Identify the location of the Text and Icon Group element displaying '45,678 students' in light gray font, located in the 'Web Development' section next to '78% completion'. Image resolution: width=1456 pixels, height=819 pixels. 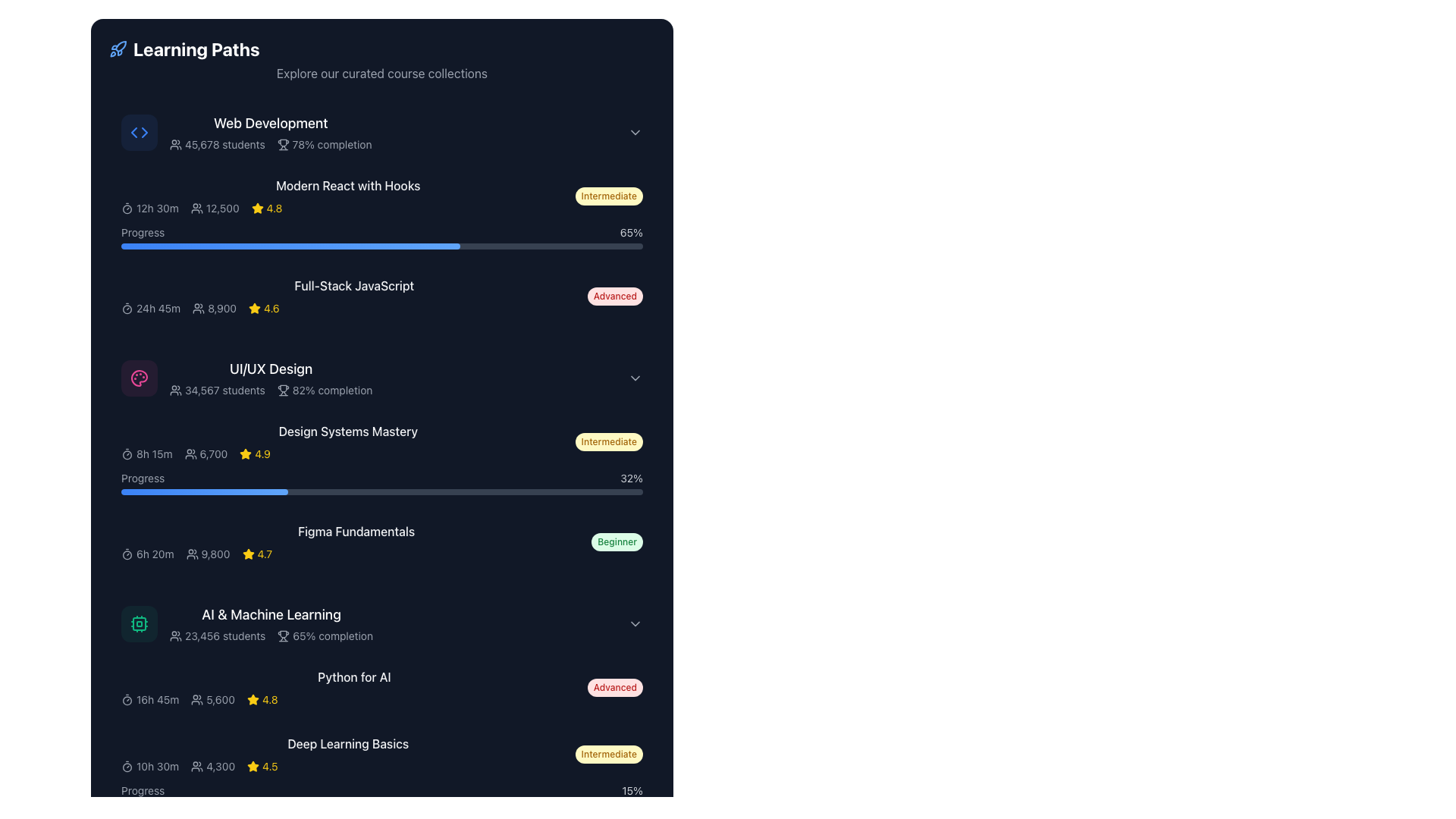
(216, 145).